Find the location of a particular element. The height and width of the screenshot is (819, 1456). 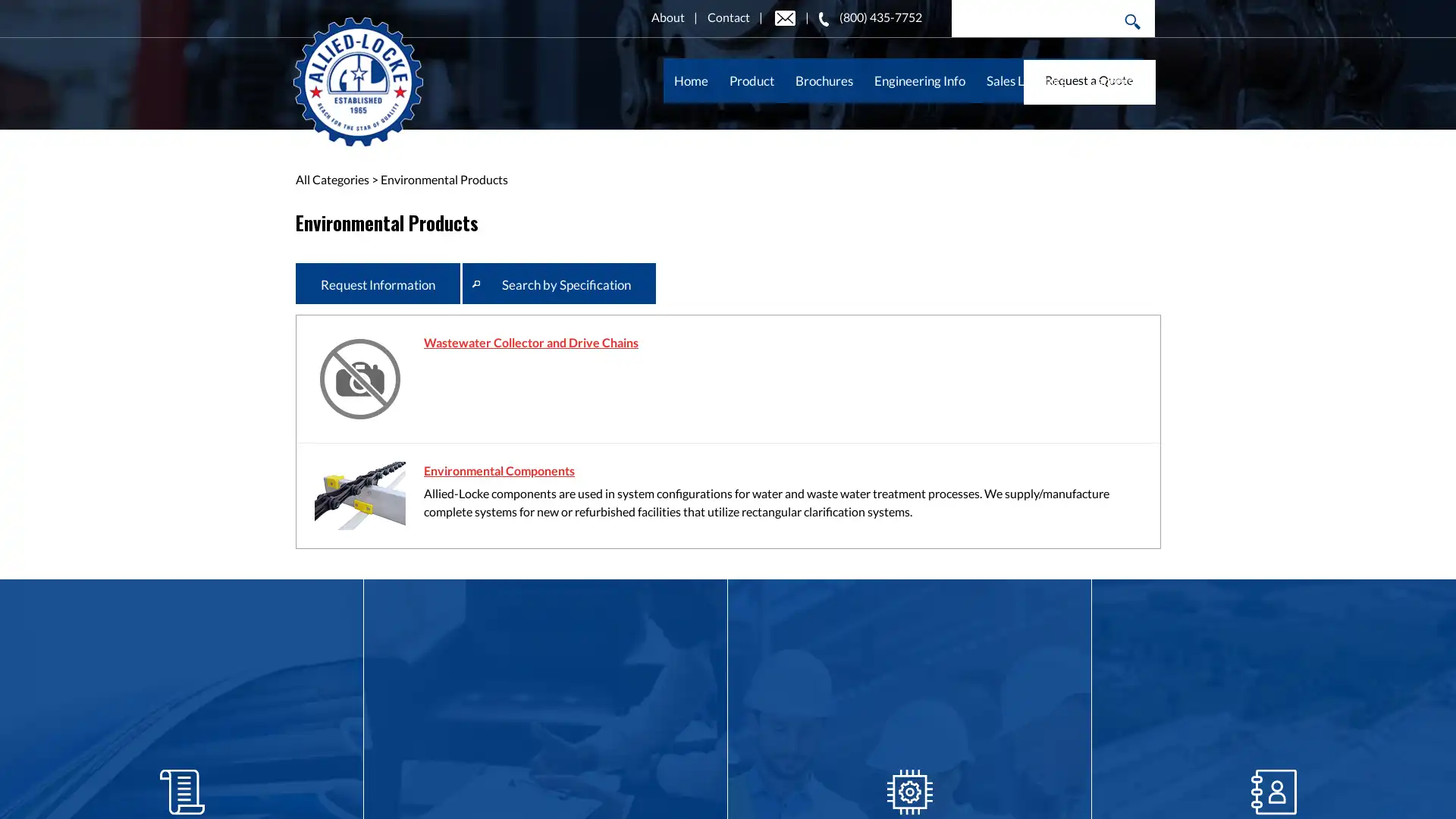

Search by Specification is located at coordinates (558, 283).